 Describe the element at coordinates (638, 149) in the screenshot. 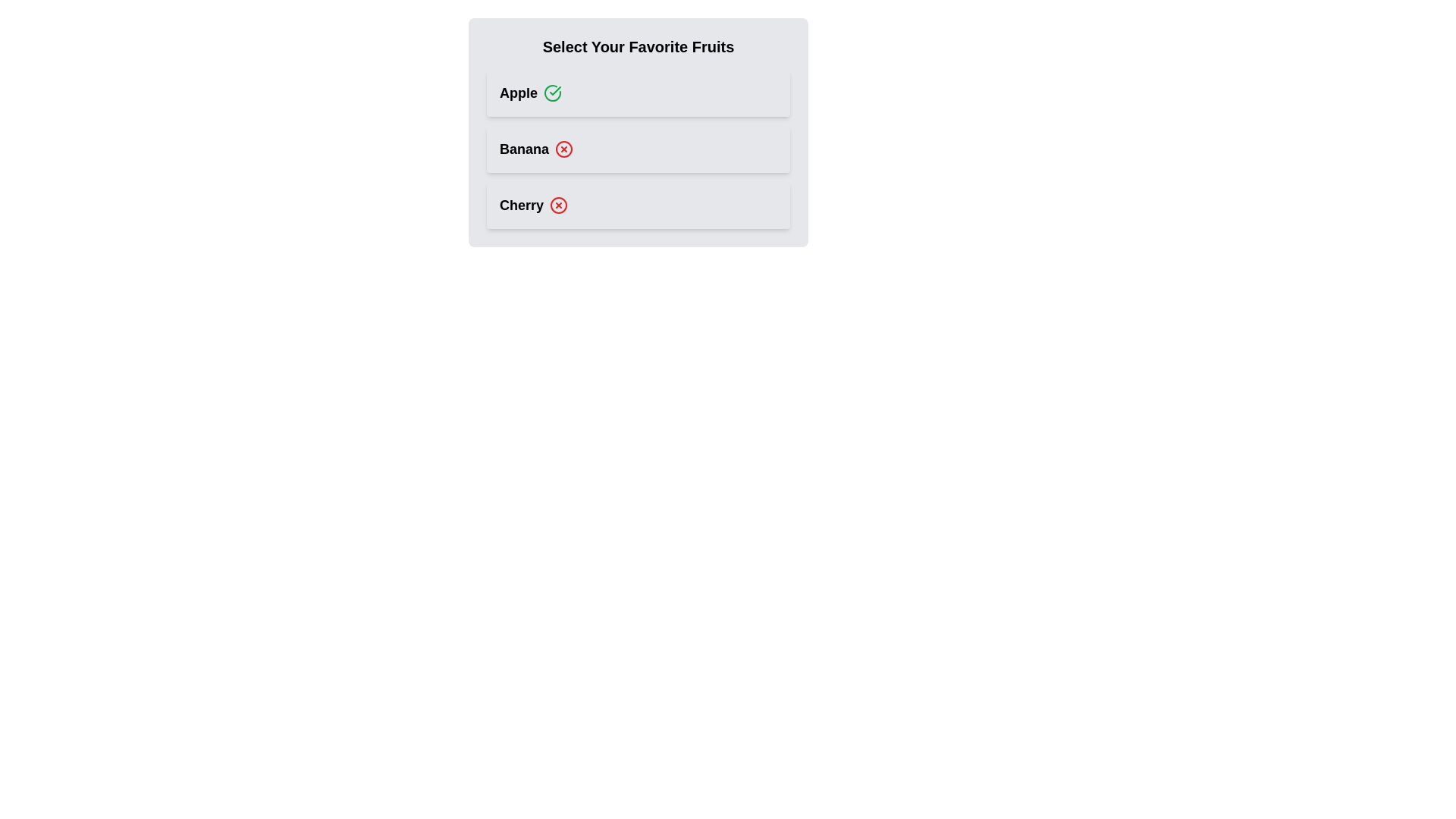

I see `the chip labeled Banana` at that location.